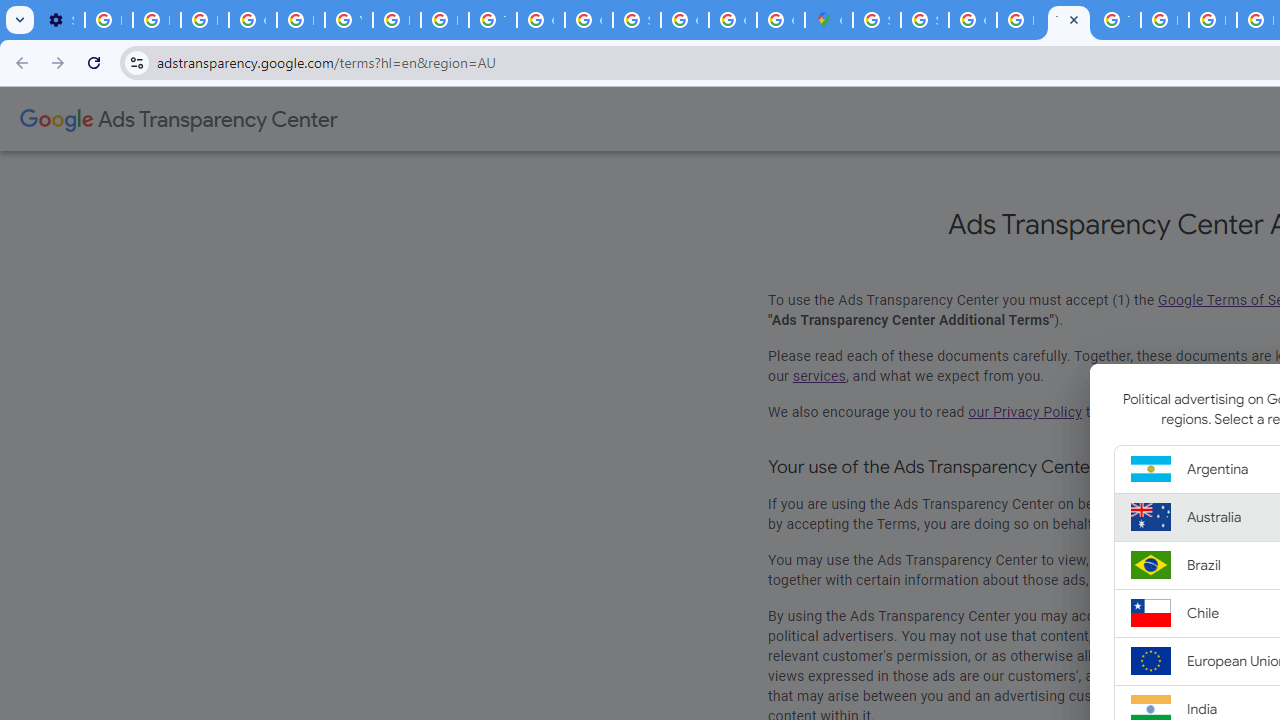 The height and width of the screenshot is (720, 1280). I want to click on 'our Privacy Policy', so click(1025, 411).